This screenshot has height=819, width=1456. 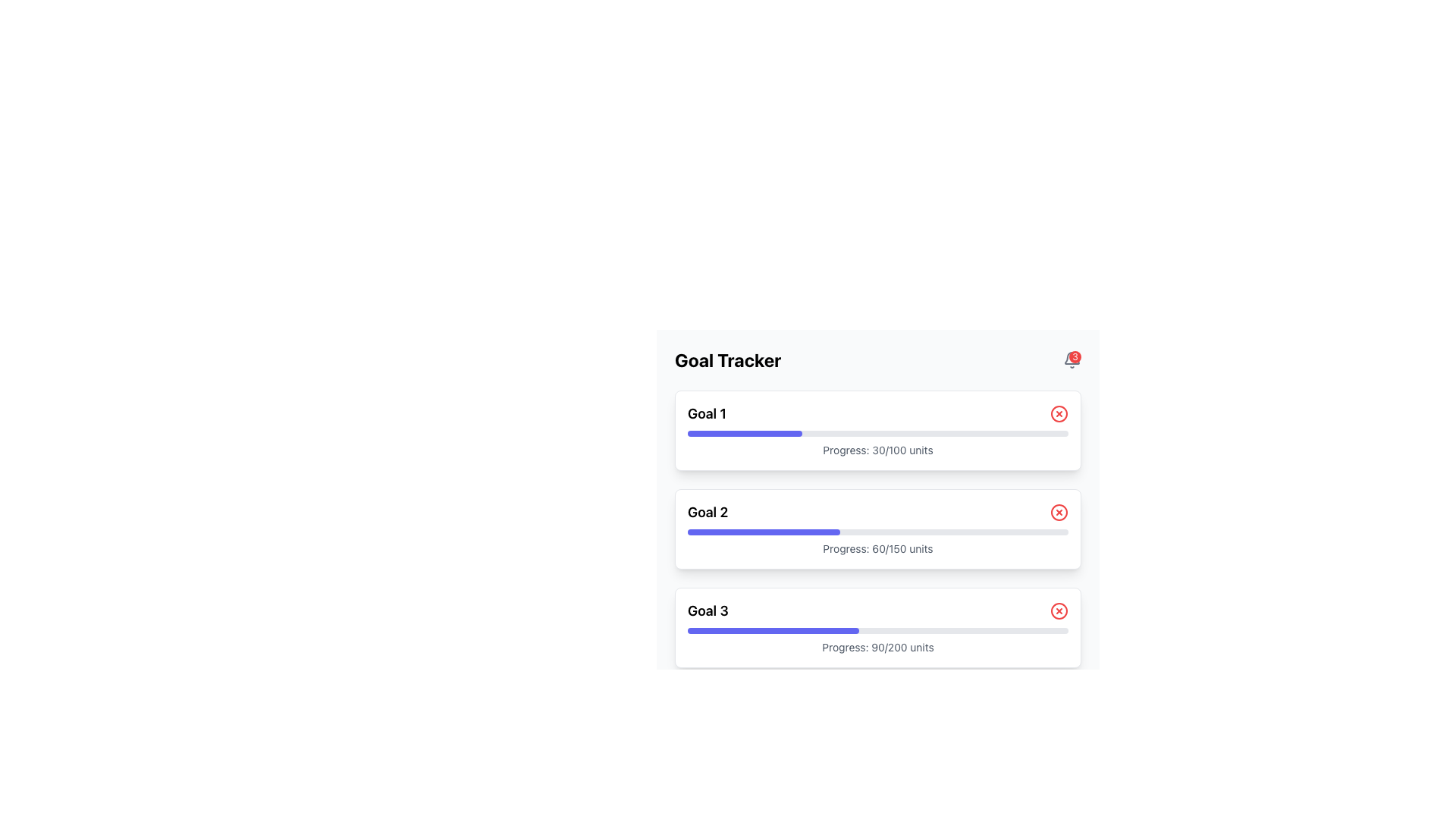 I want to click on the progress level, so click(x=779, y=532).